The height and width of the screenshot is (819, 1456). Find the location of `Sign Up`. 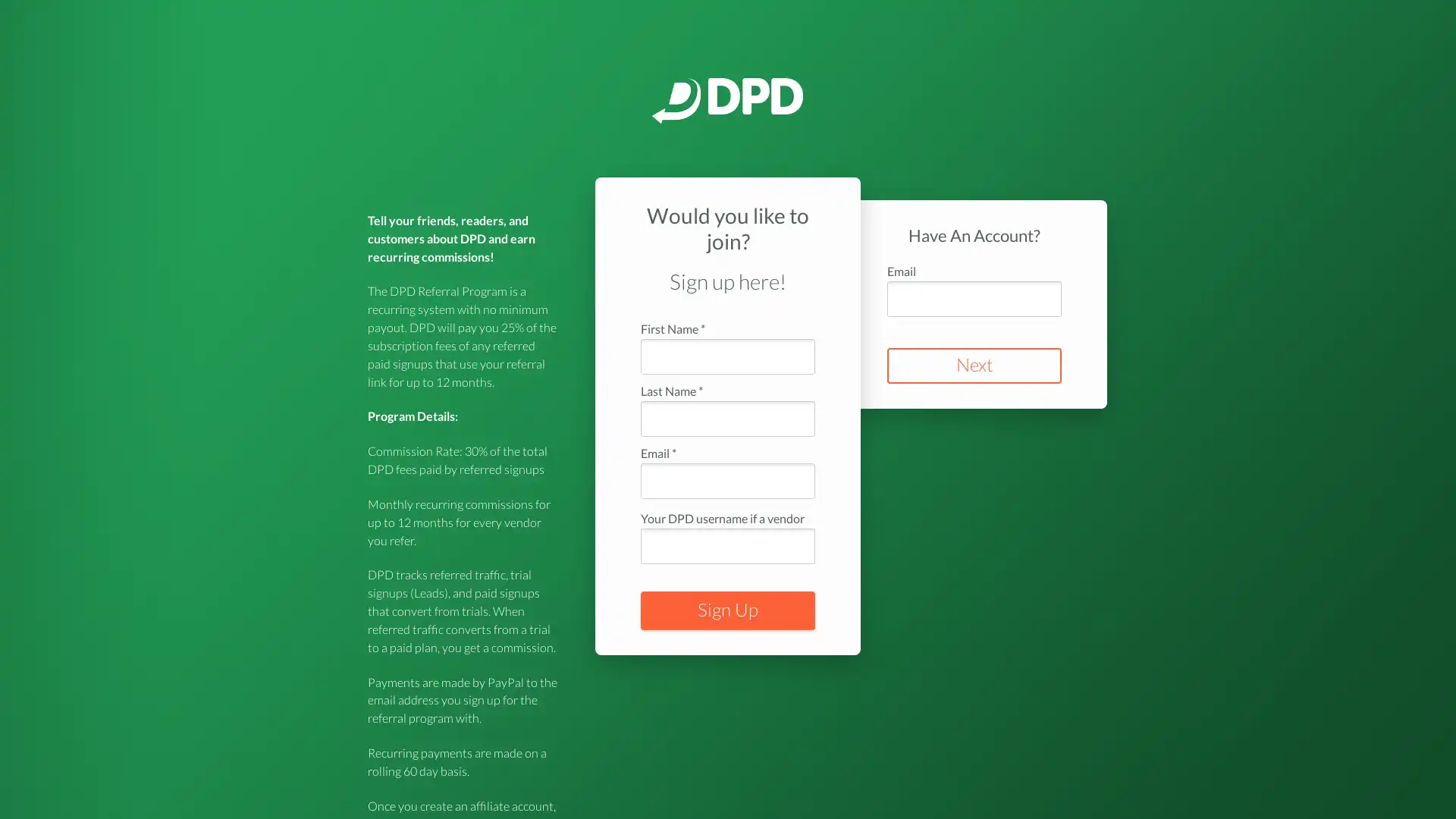

Sign Up is located at coordinates (728, 610).